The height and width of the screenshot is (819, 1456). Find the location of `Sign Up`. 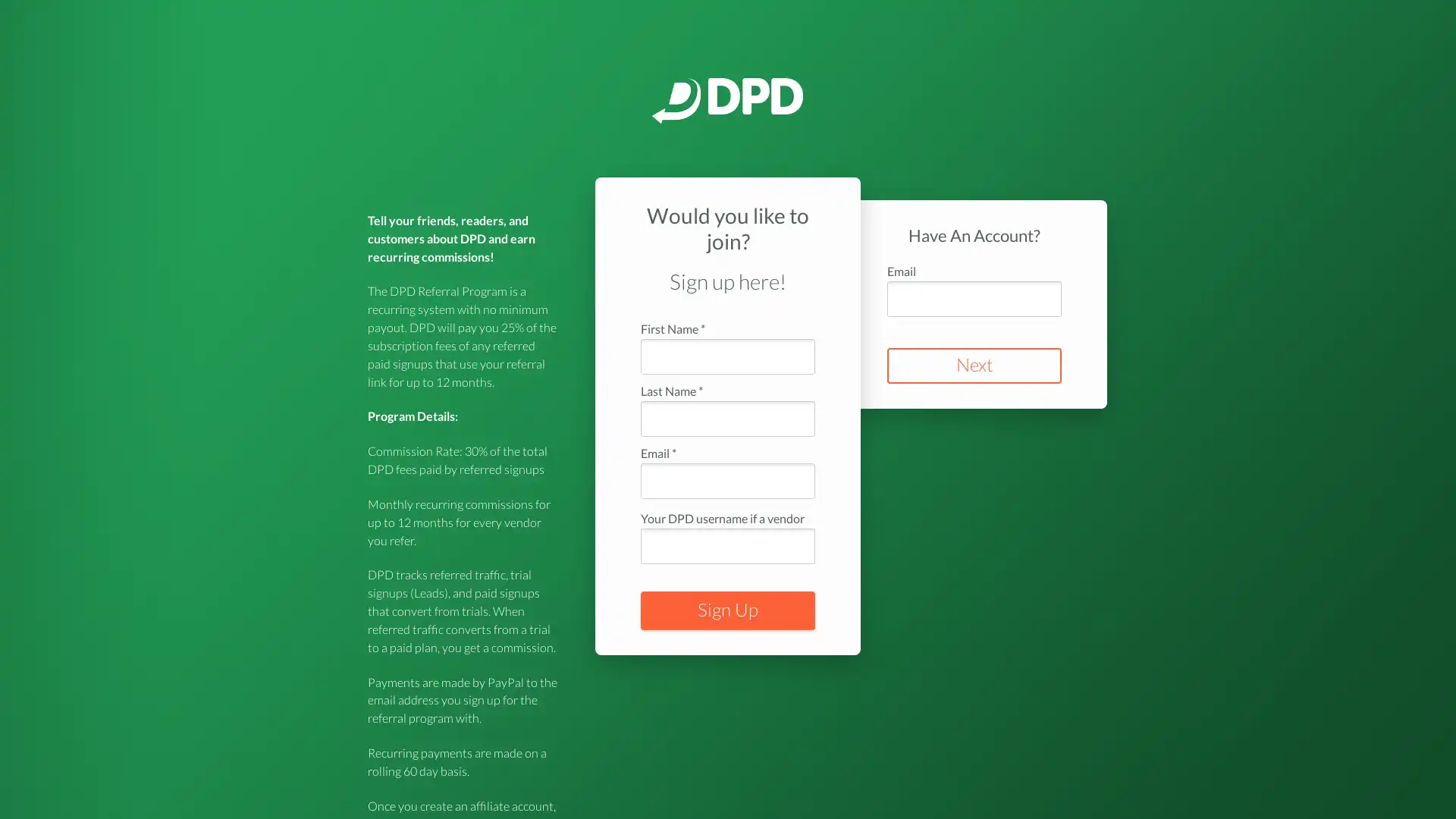

Sign Up is located at coordinates (728, 610).